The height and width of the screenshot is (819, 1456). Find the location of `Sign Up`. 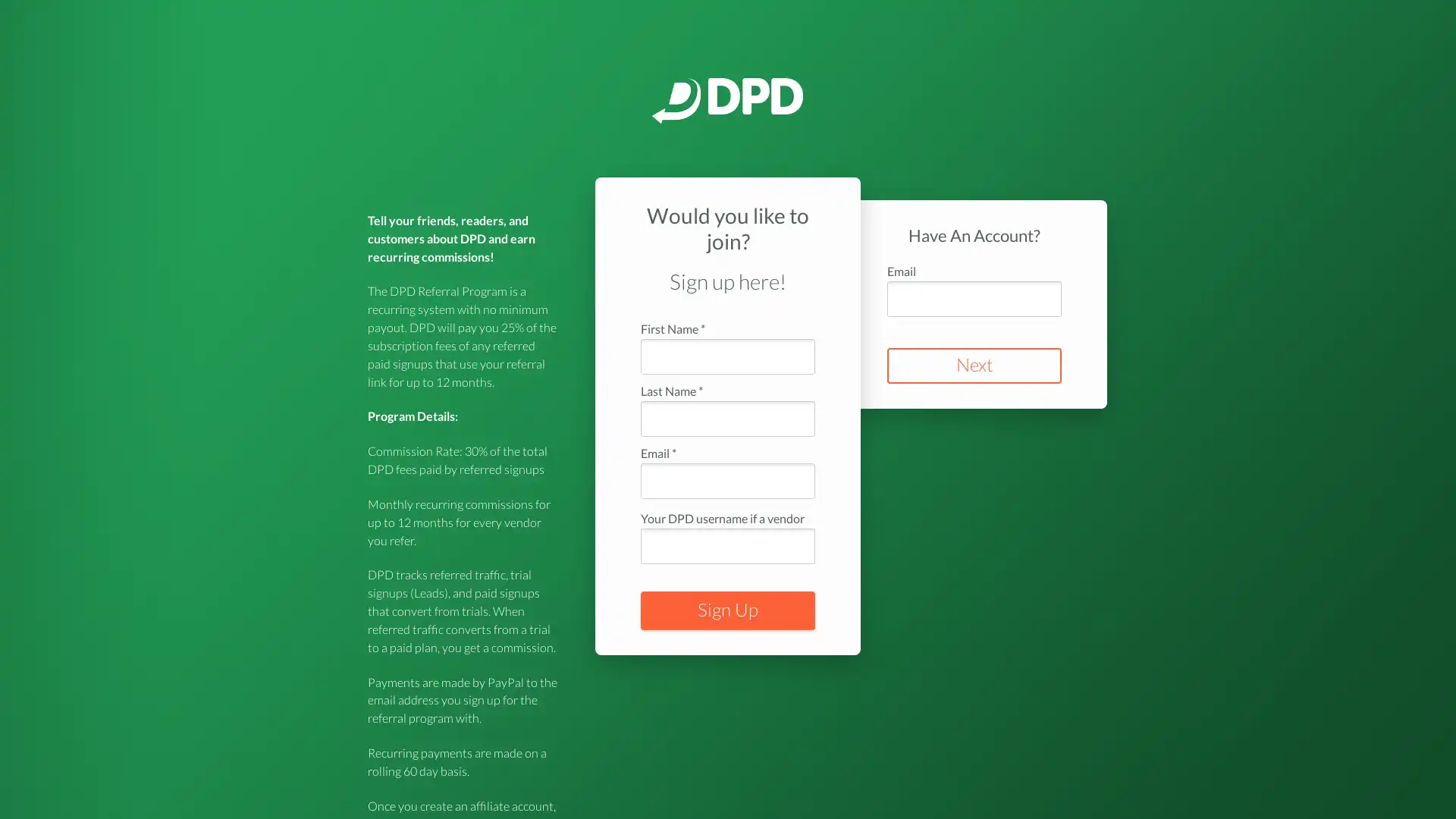

Sign Up is located at coordinates (728, 610).